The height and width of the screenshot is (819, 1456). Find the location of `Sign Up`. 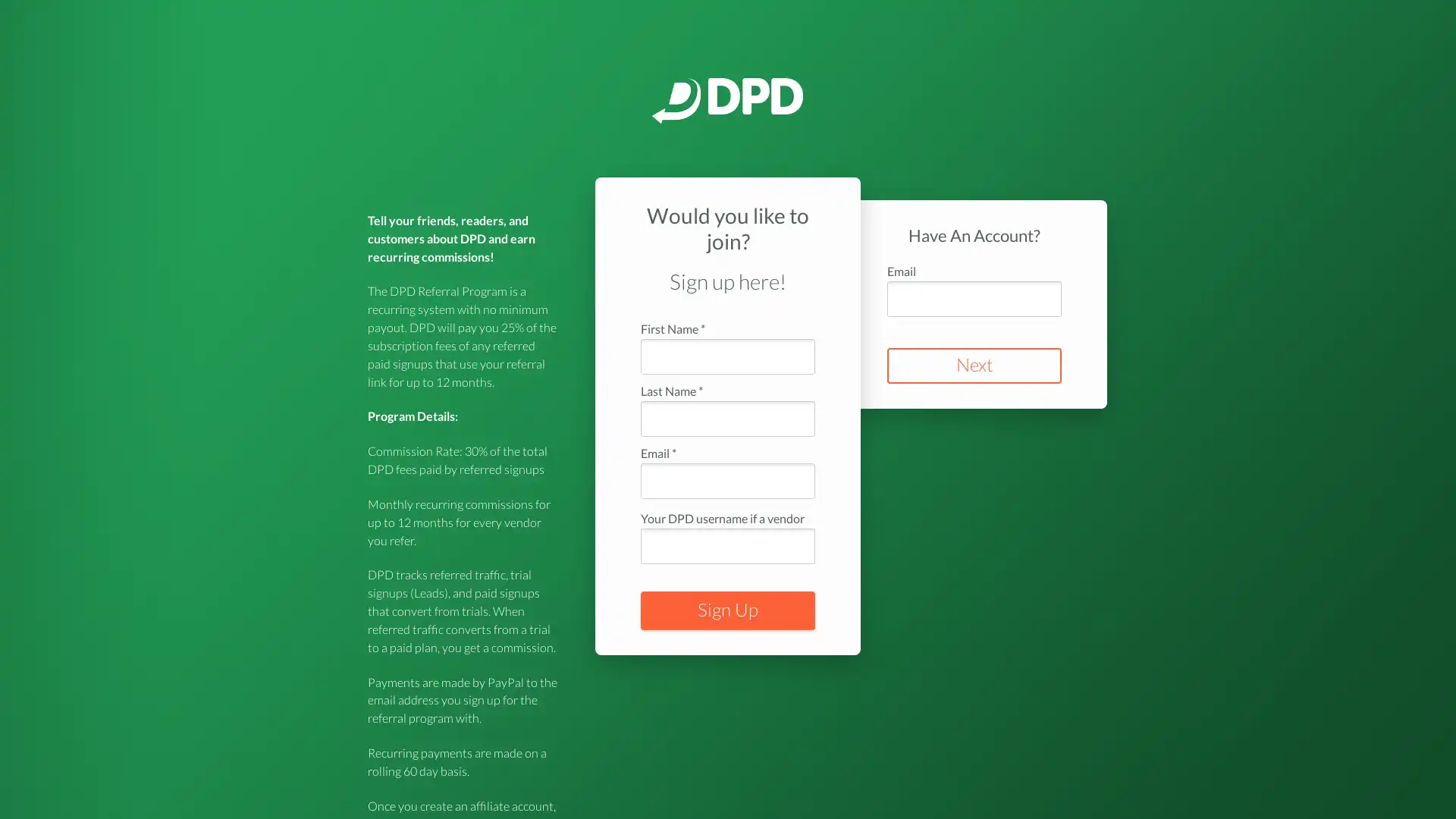

Sign Up is located at coordinates (728, 610).